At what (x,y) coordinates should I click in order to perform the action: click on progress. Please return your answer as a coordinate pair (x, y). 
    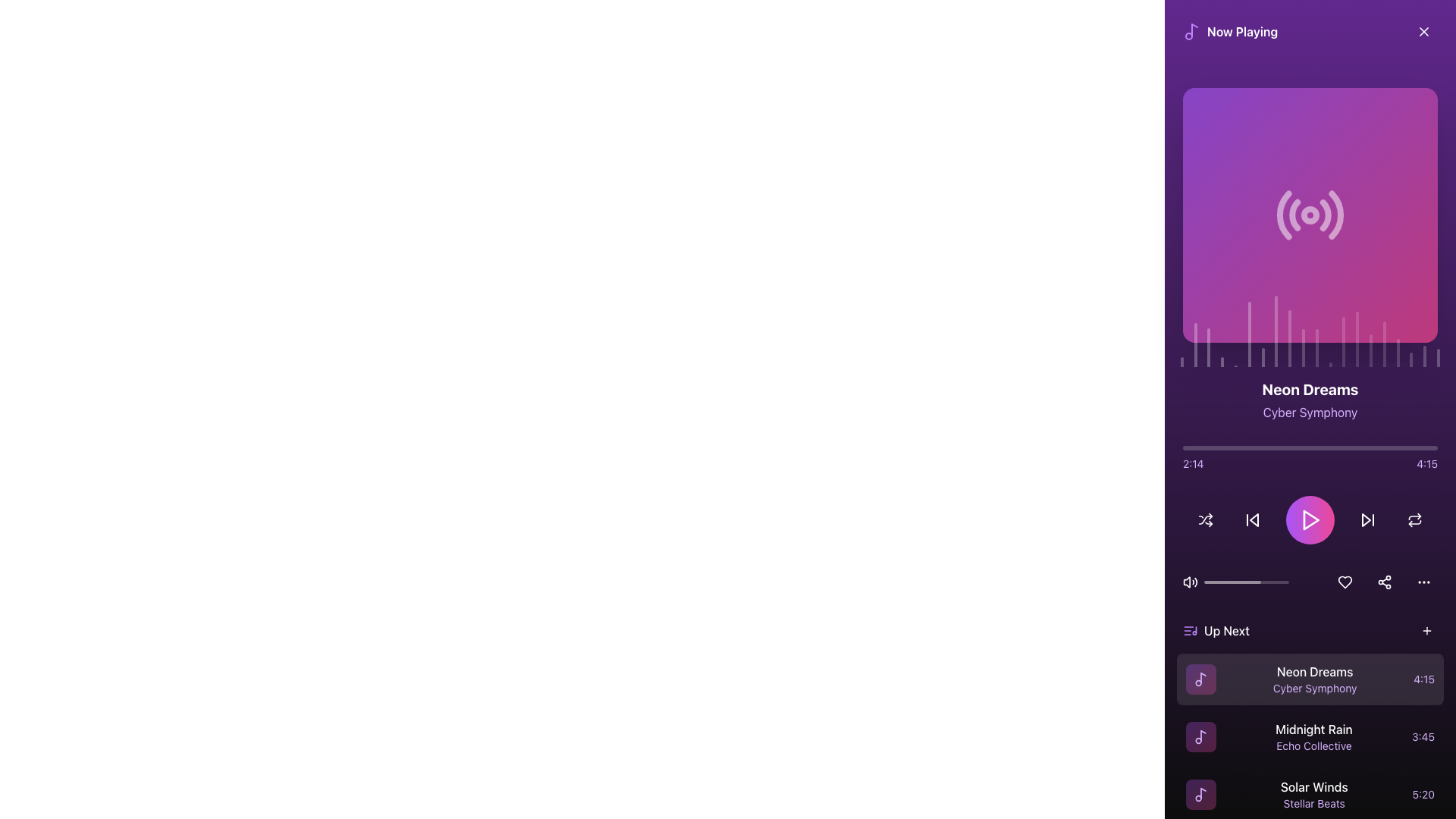
    Looking at the image, I should click on (1210, 447).